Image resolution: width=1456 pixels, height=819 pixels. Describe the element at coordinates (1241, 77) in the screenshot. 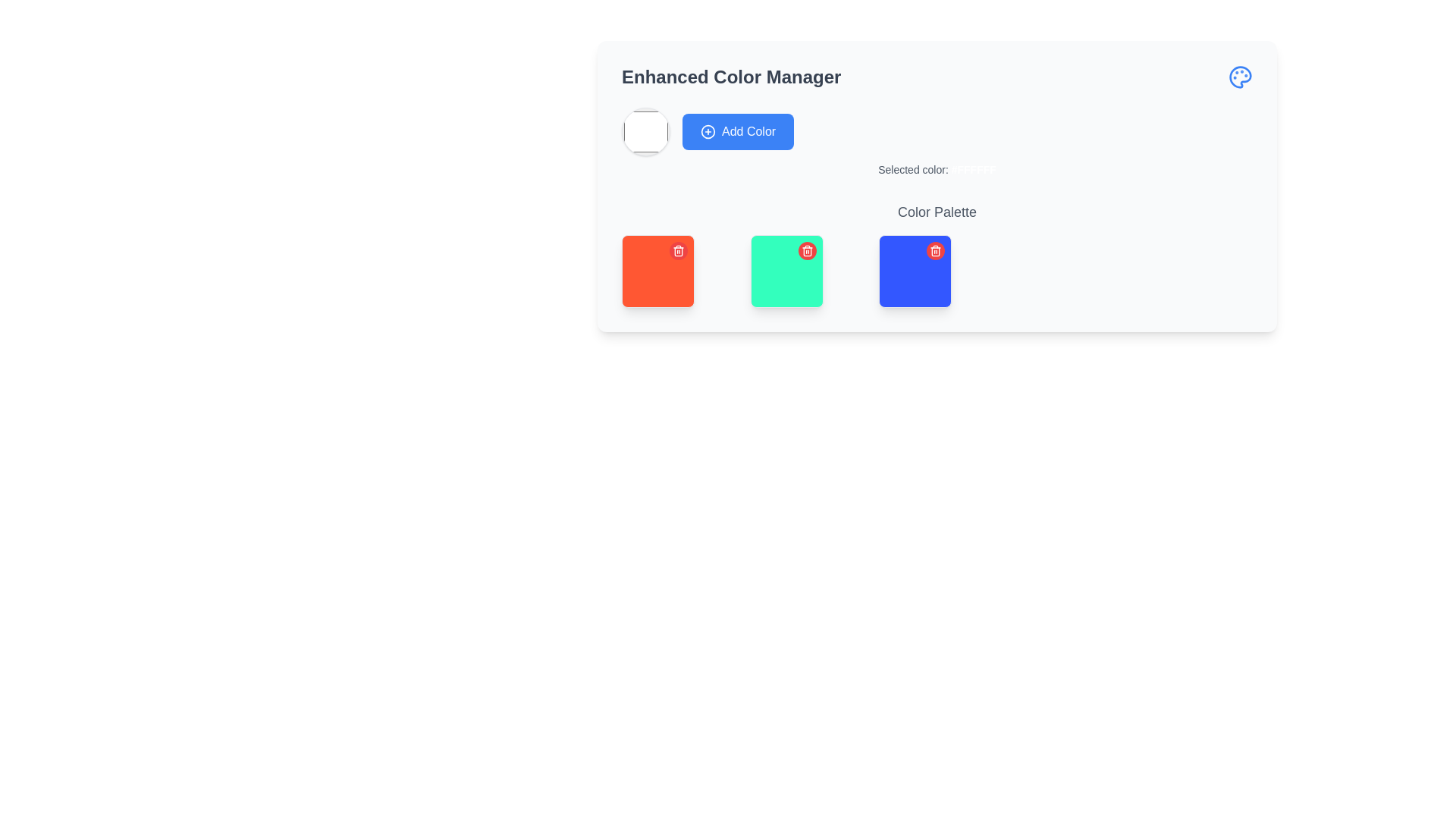

I see `the color-related Icon button located at the top-right corner of the application interface` at that location.